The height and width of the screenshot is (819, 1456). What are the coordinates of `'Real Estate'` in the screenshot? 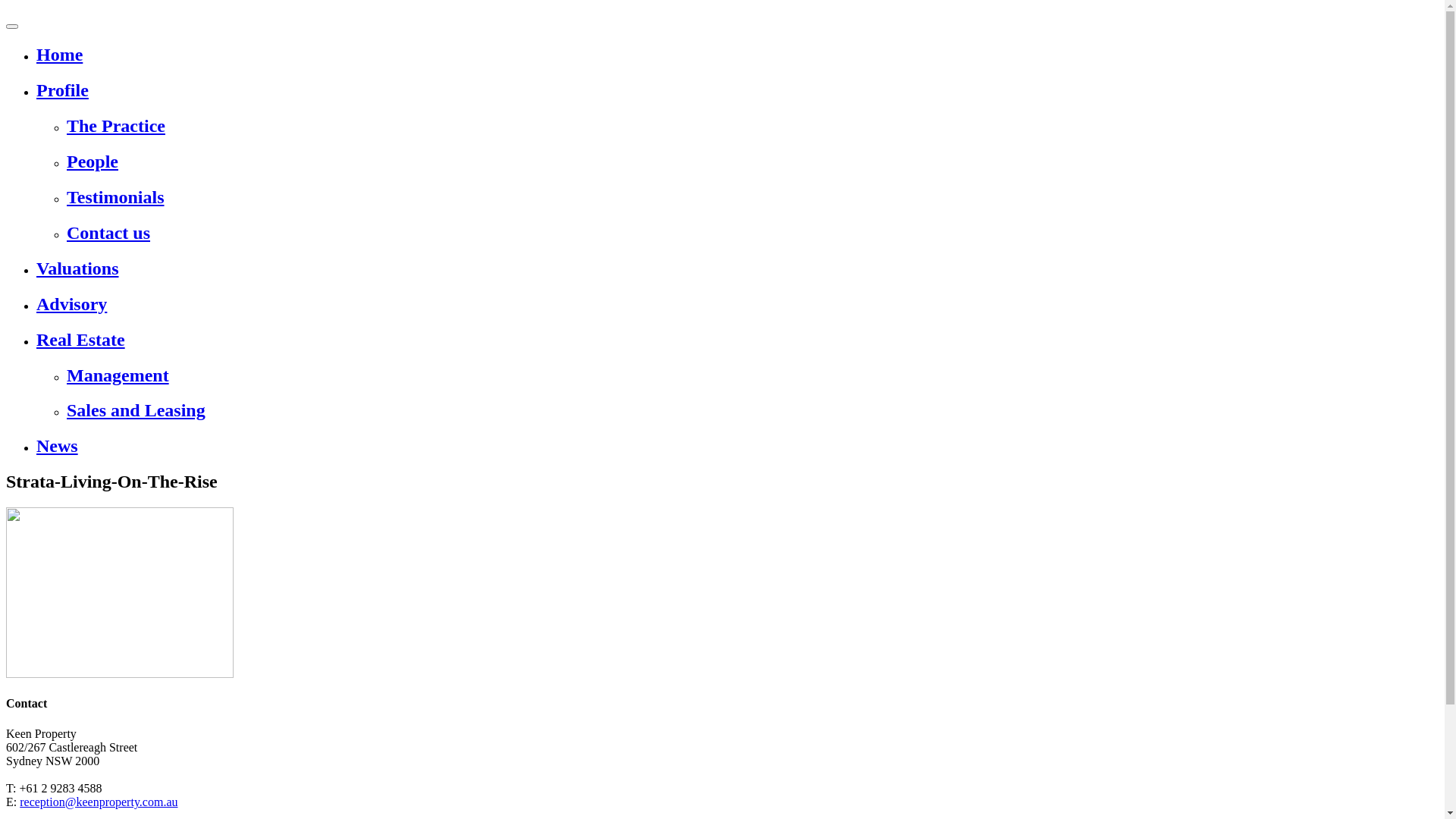 It's located at (36, 339).